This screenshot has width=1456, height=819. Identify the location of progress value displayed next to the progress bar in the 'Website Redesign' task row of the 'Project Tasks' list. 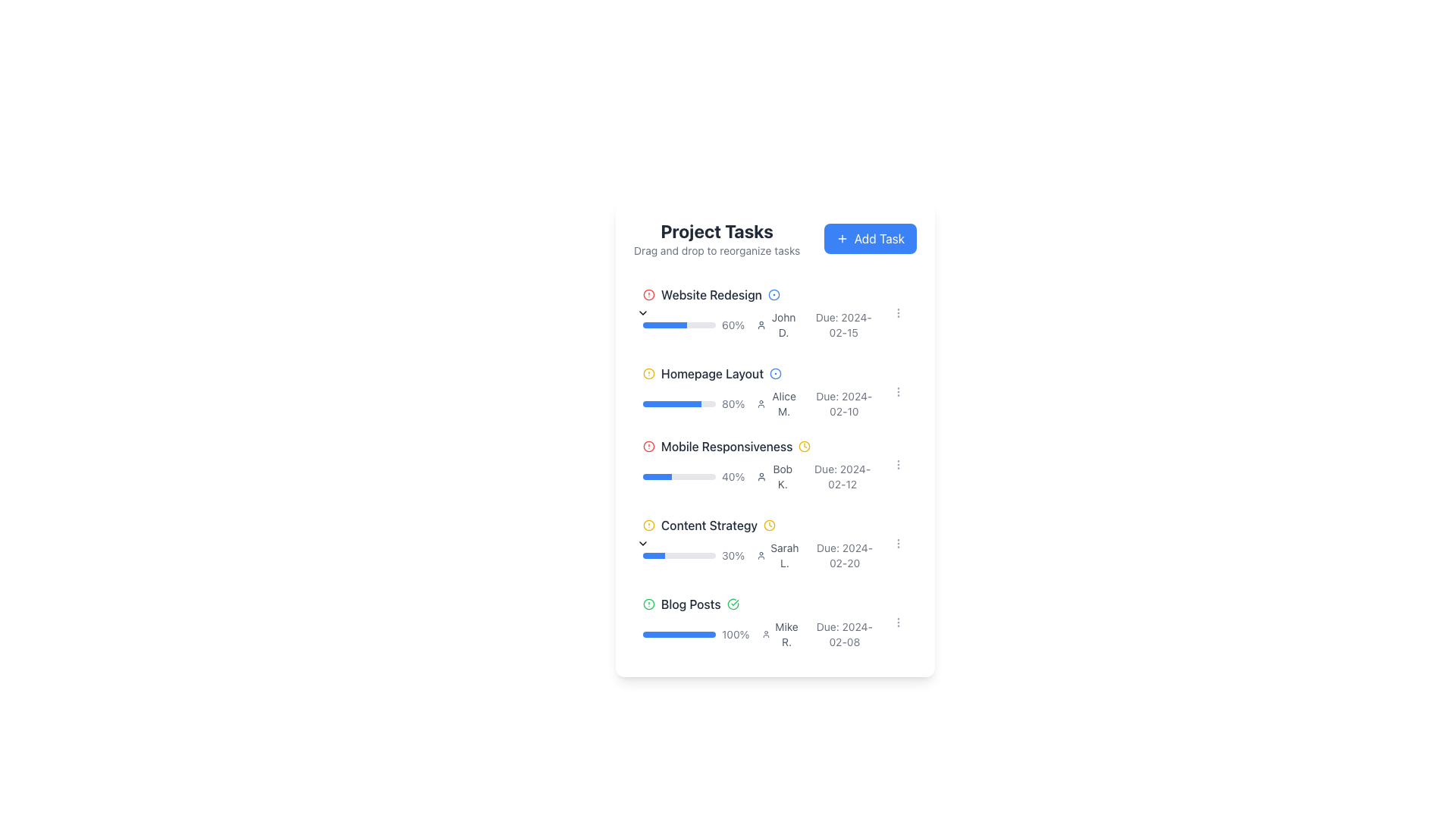
(693, 324).